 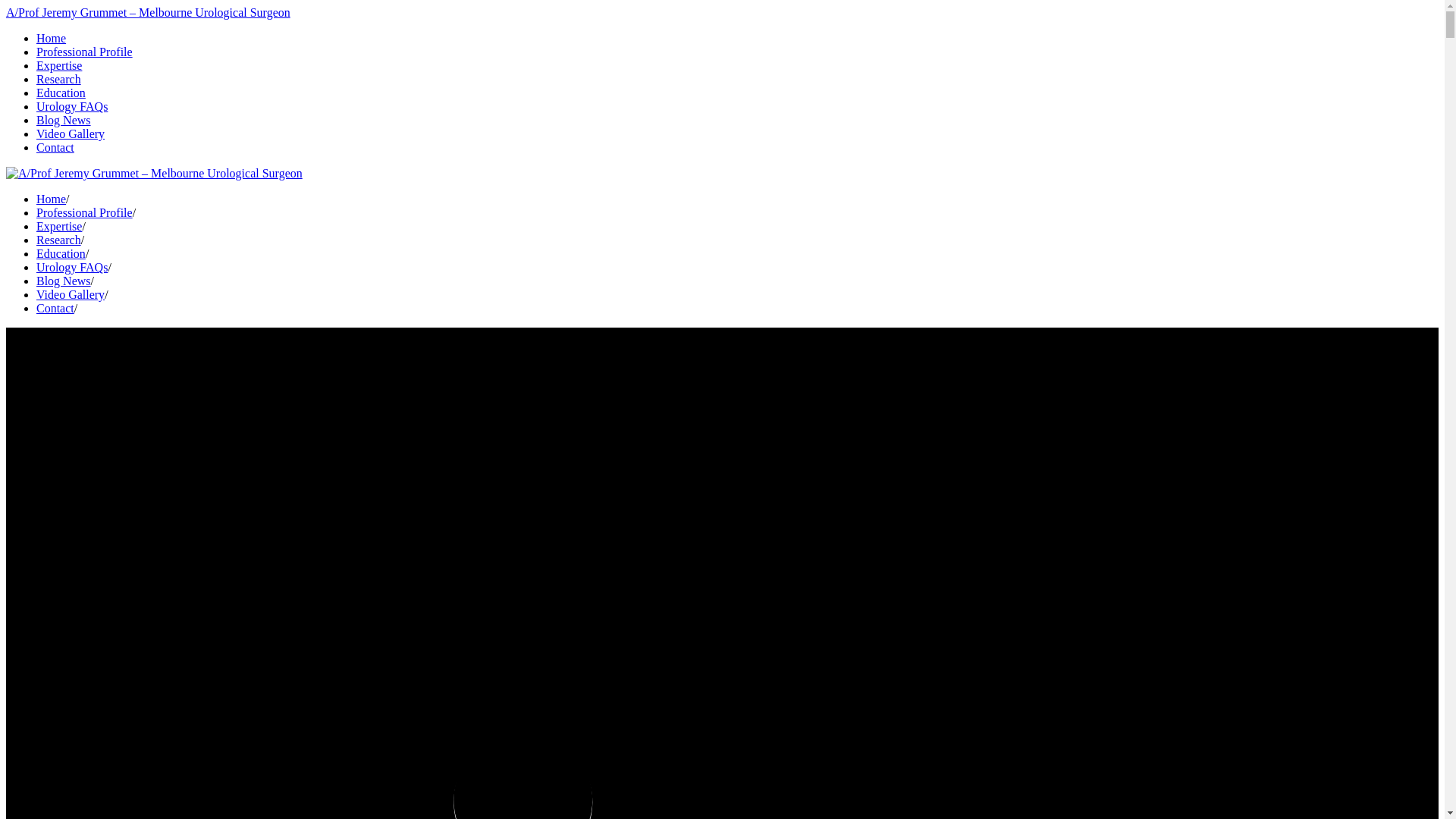 I want to click on 'Contact', so click(x=55, y=307).